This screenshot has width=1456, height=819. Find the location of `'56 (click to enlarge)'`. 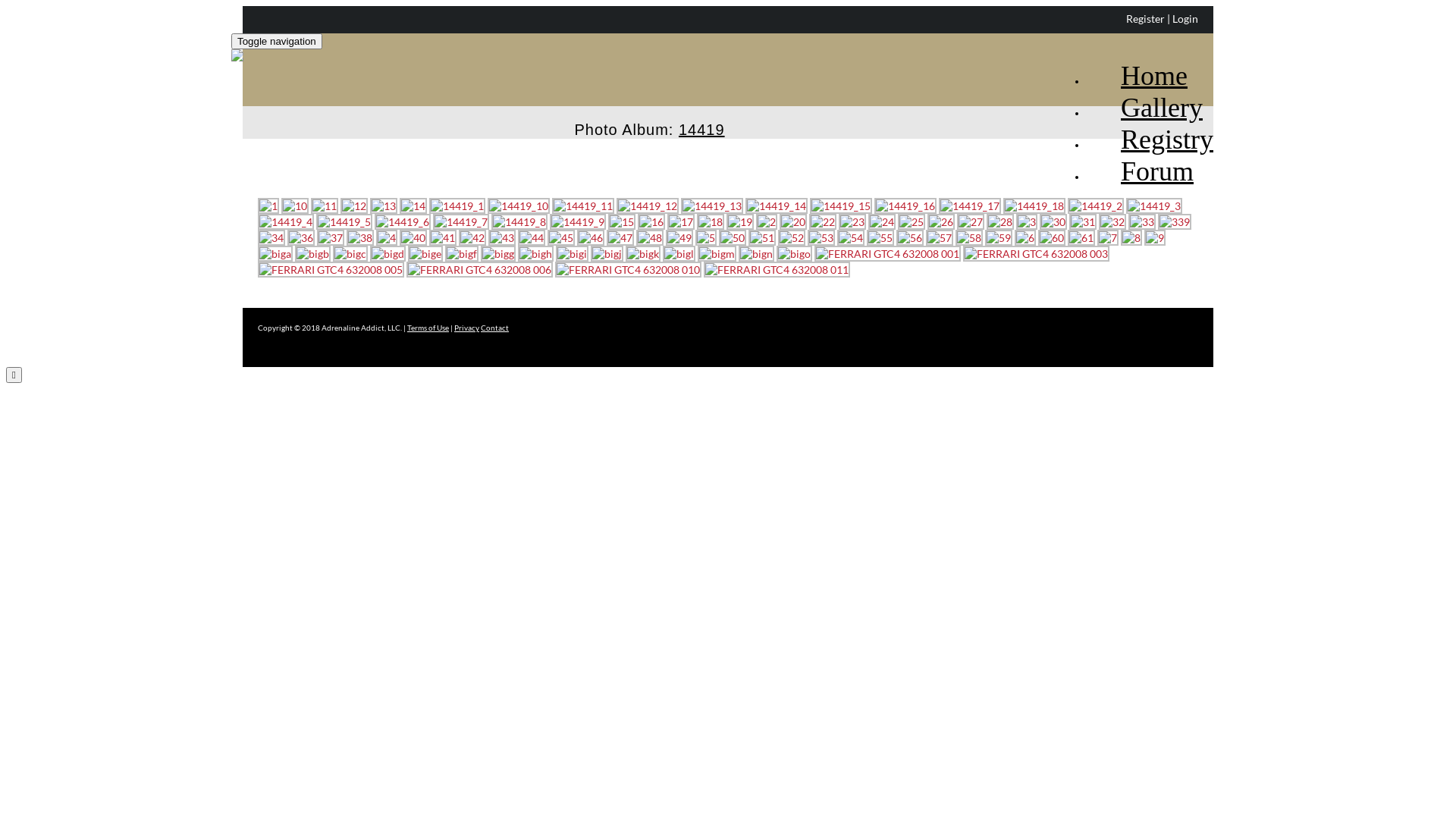

'56 (click to enlarge)' is located at coordinates (896, 237).